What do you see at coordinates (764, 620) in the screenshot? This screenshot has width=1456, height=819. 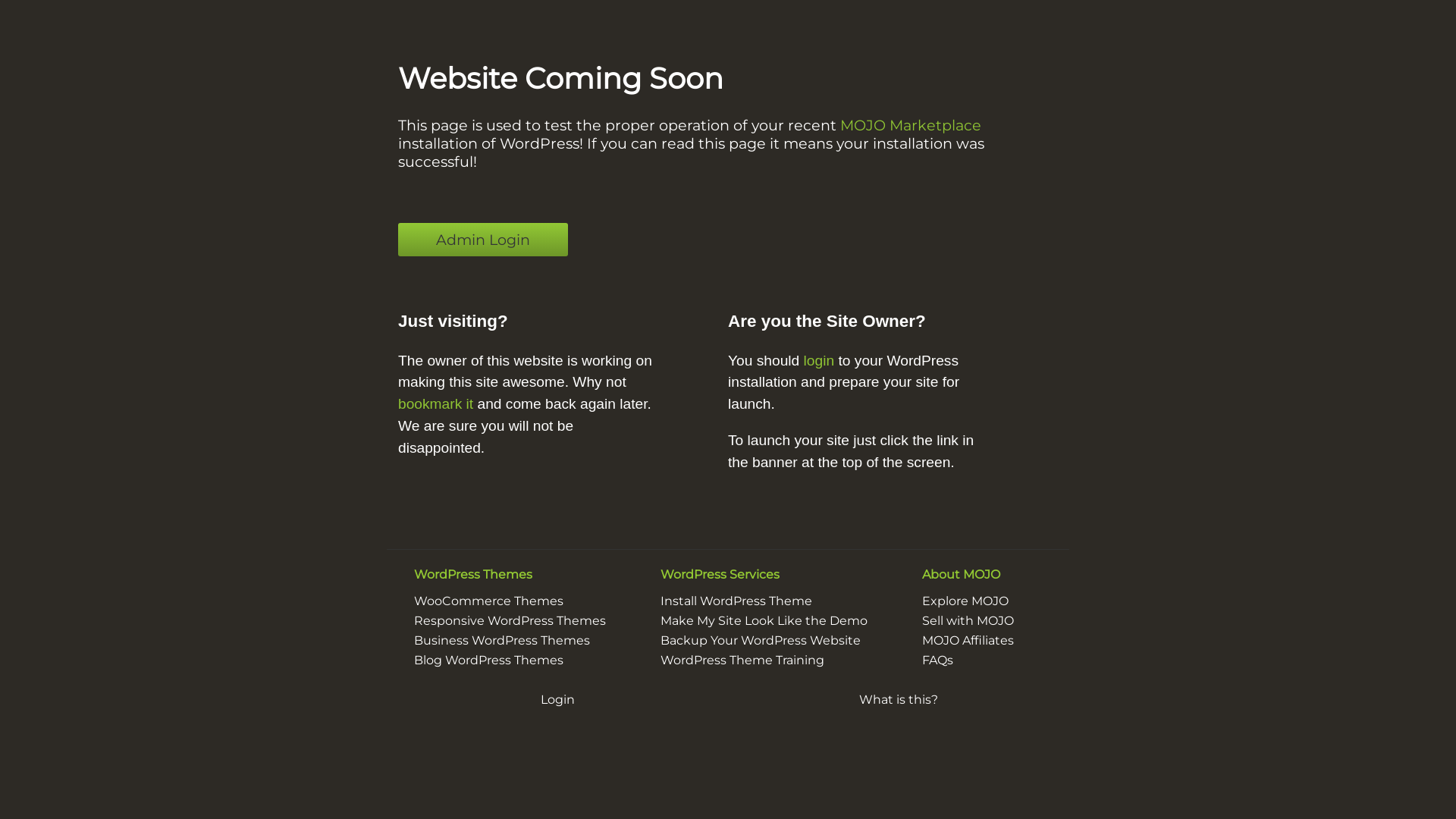 I see `'Make My Site Look Like the Demo'` at bounding box center [764, 620].